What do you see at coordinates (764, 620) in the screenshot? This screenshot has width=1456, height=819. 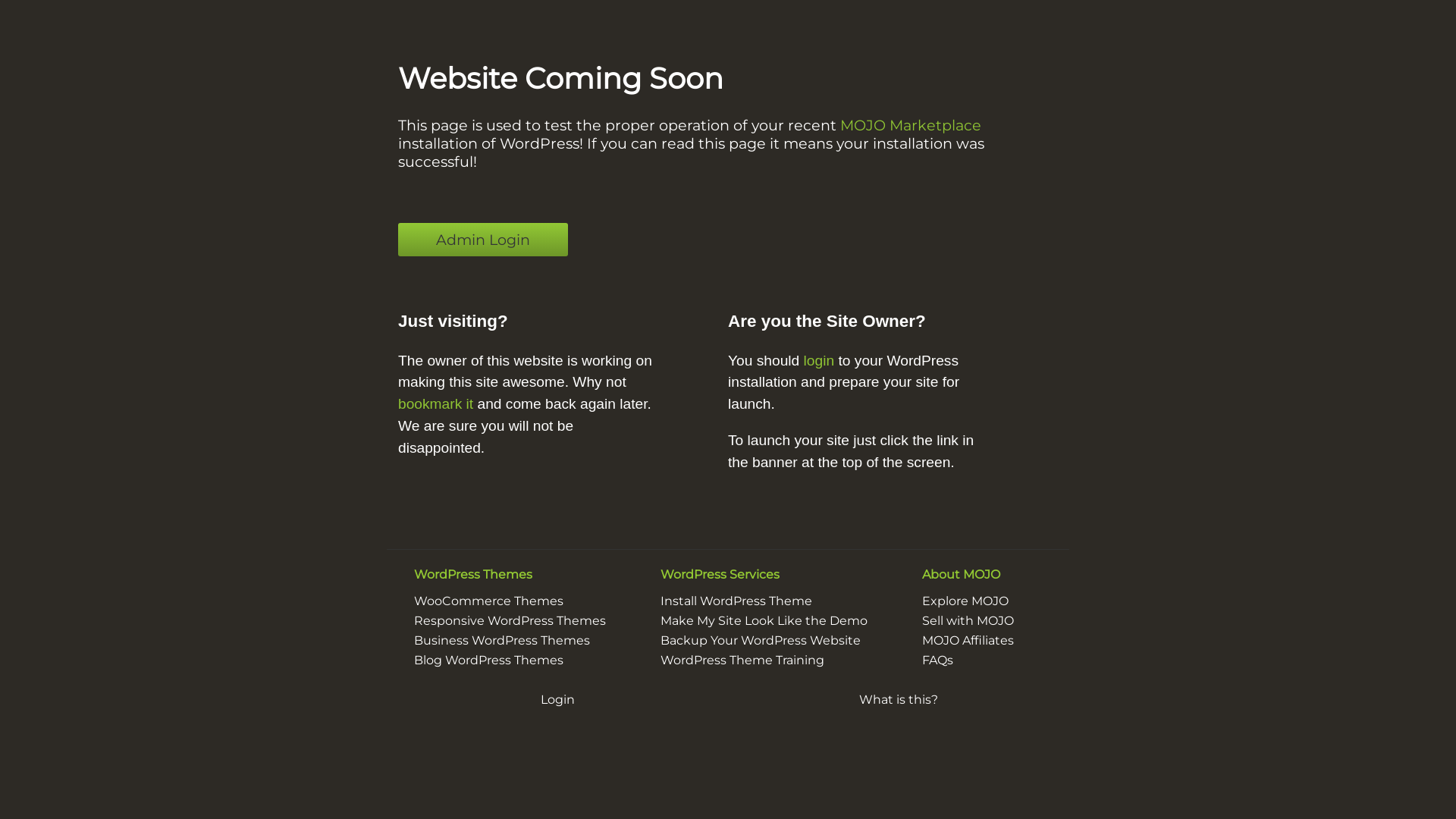 I see `'Make My Site Look Like the Demo'` at bounding box center [764, 620].